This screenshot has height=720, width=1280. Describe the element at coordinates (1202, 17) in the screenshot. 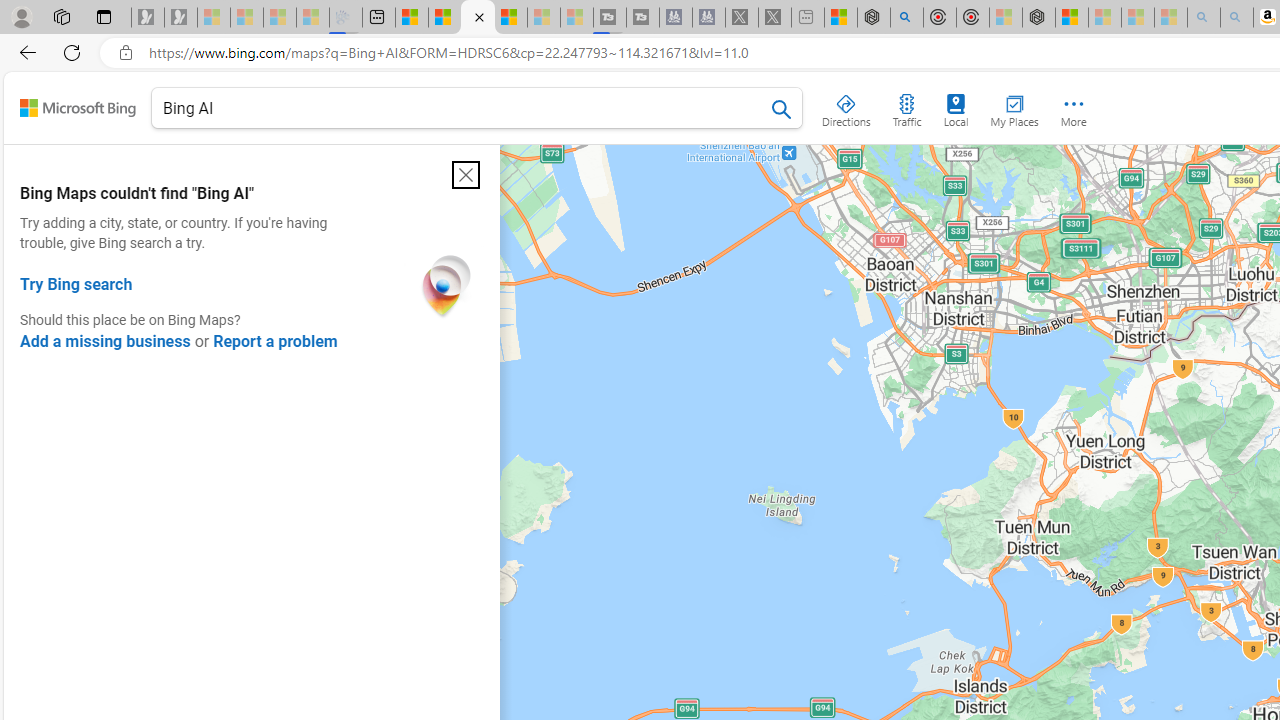

I see `'amazon - Search - Sleeping'` at that location.